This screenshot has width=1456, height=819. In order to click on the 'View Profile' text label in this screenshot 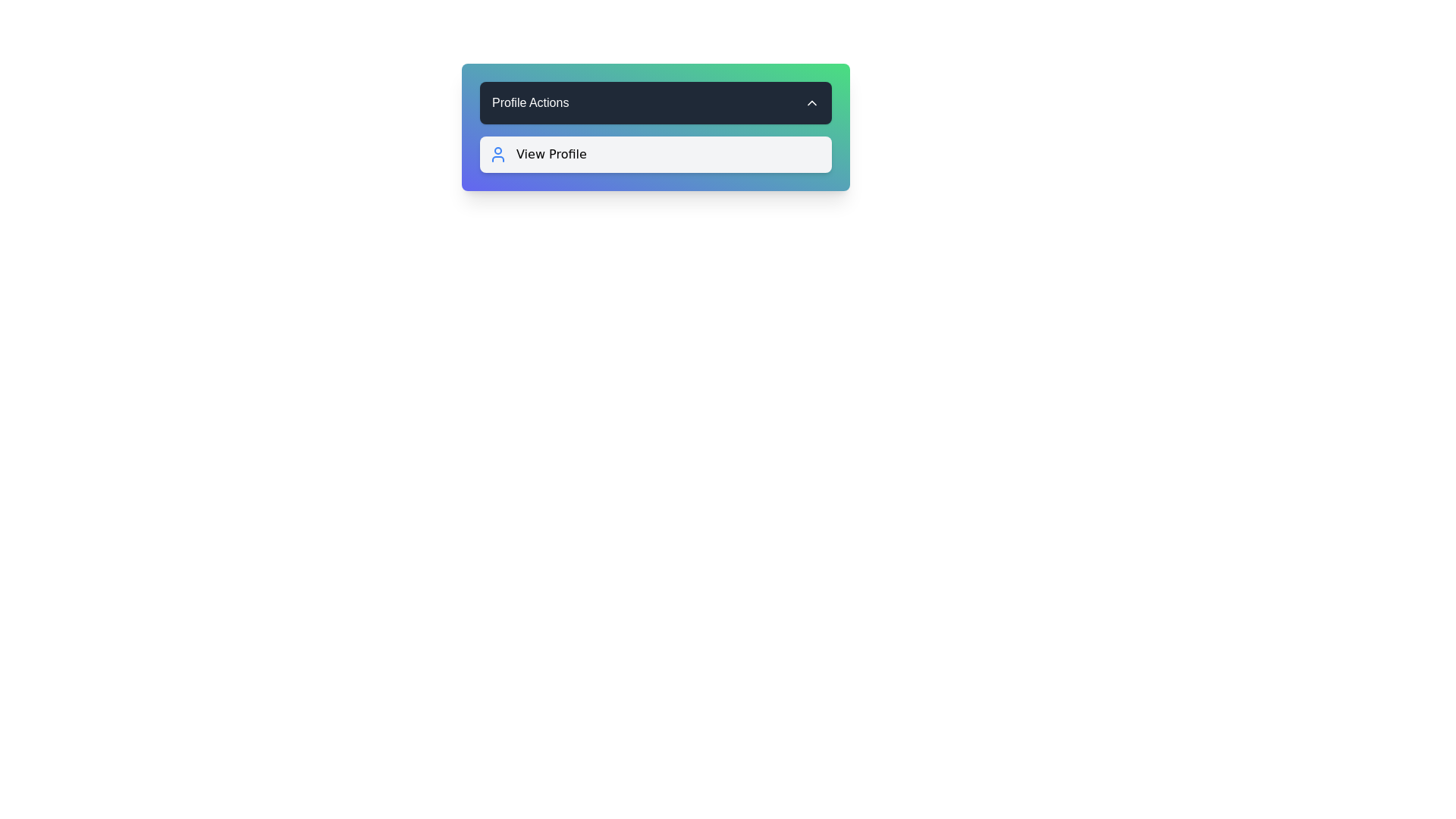, I will do `click(551, 155)`.